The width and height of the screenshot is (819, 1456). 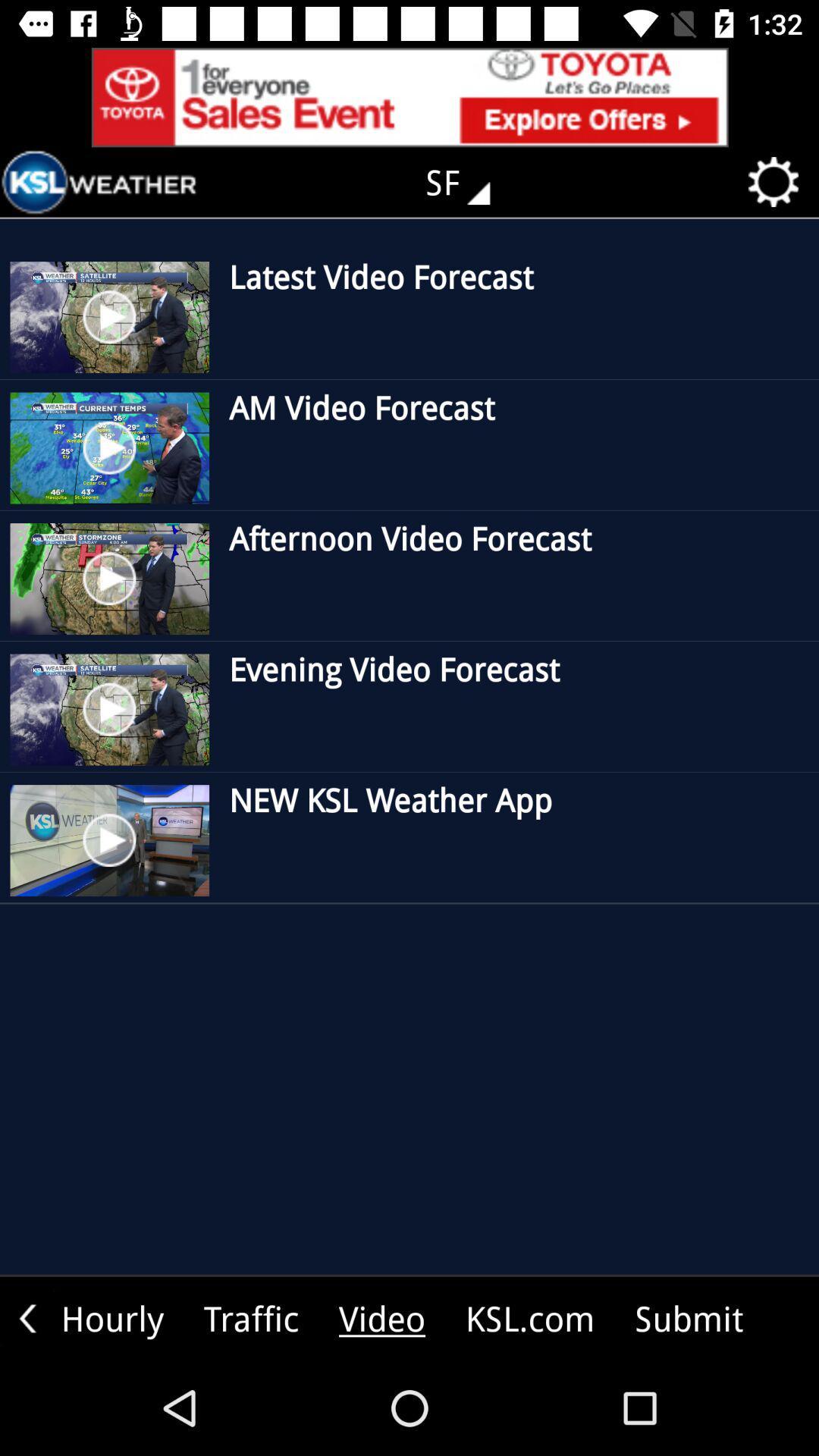 What do you see at coordinates (119, 1317) in the screenshot?
I see `move to the text hourly which is bottom left to the page` at bounding box center [119, 1317].